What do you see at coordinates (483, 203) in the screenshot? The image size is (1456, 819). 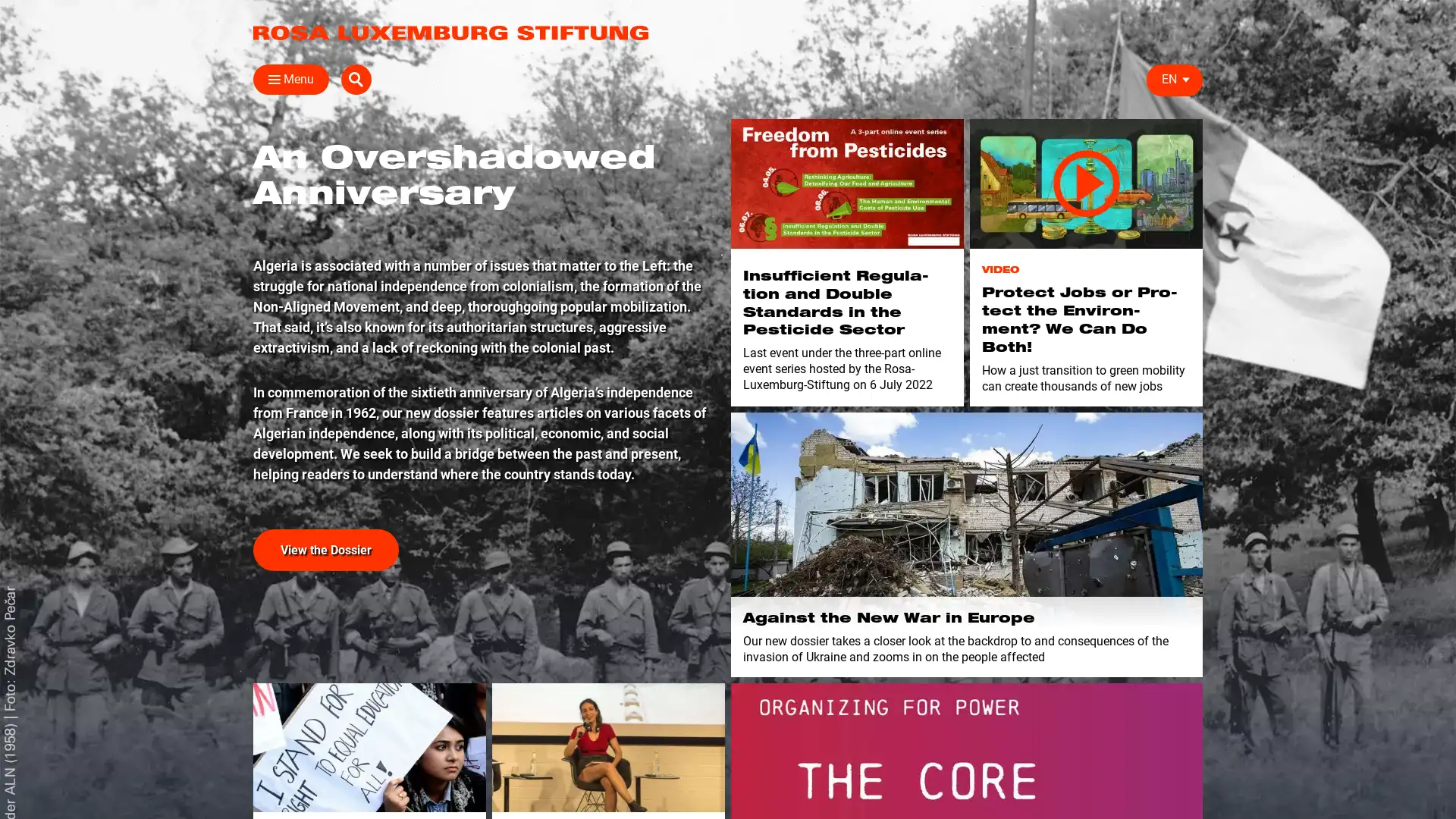 I see `Show more / less` at bounding box center [483, 203].